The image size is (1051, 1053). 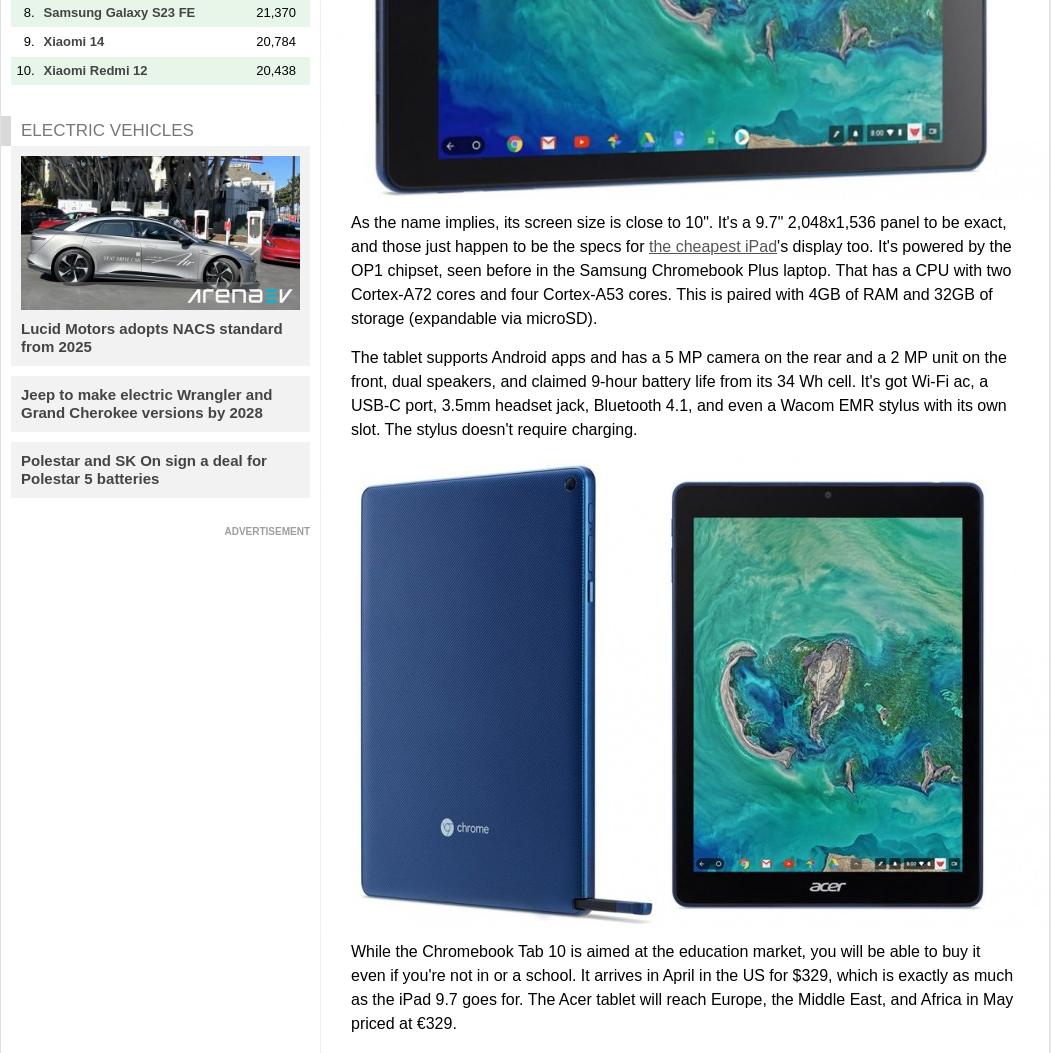 I want to click on ''s display too. It's powered by the OP1 chipset, seen before in the Samsung Chromebook Plus laptop. That has a CPU with two Cortex-A72 cores and four Cortex-A53 cores. This is paired with 4GB of RAM and 32GB of storage (expandable via microSD).', so click(x=681, y=281).